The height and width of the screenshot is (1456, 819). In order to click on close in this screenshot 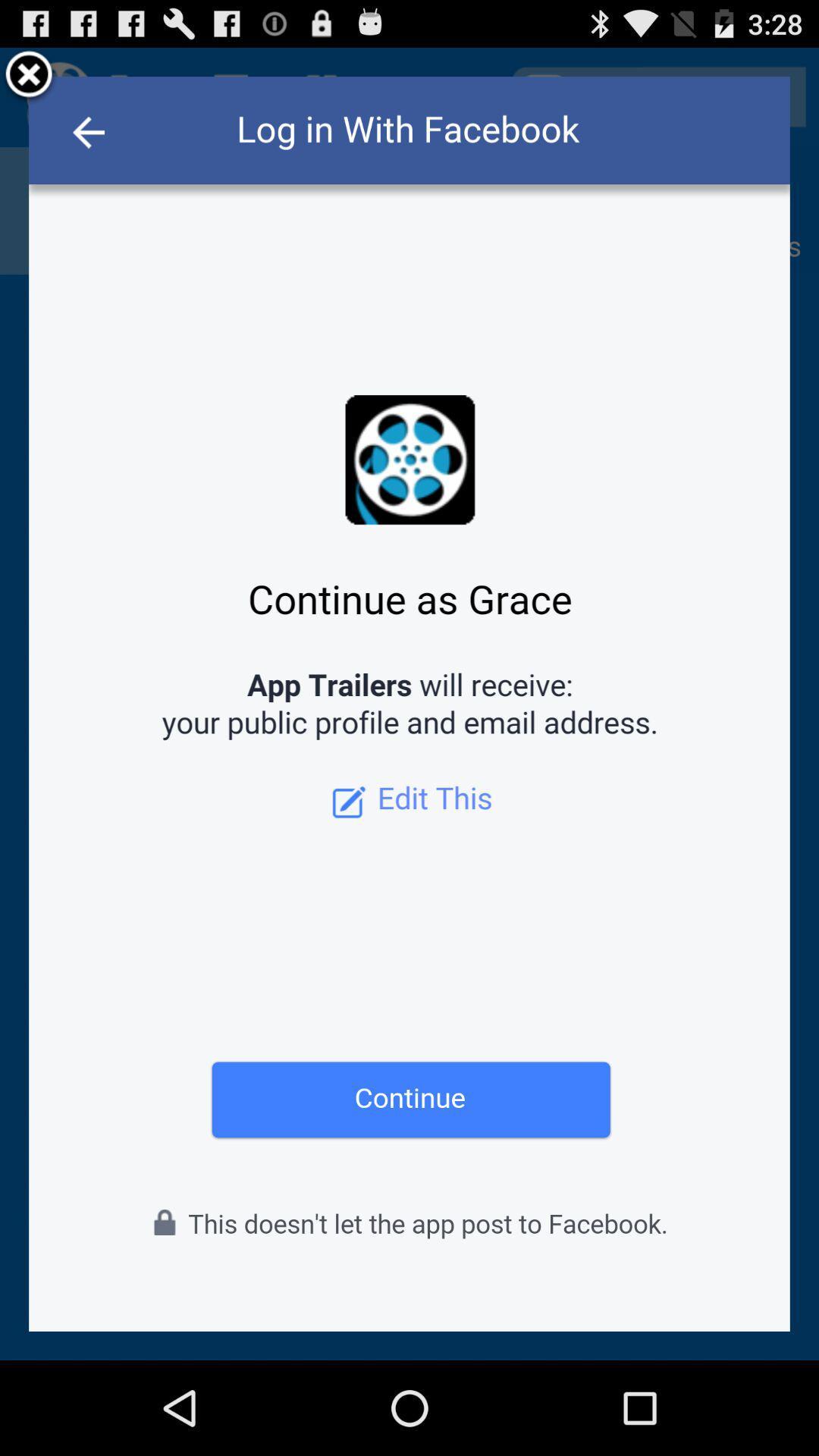, I will do `click(29, 76)`.